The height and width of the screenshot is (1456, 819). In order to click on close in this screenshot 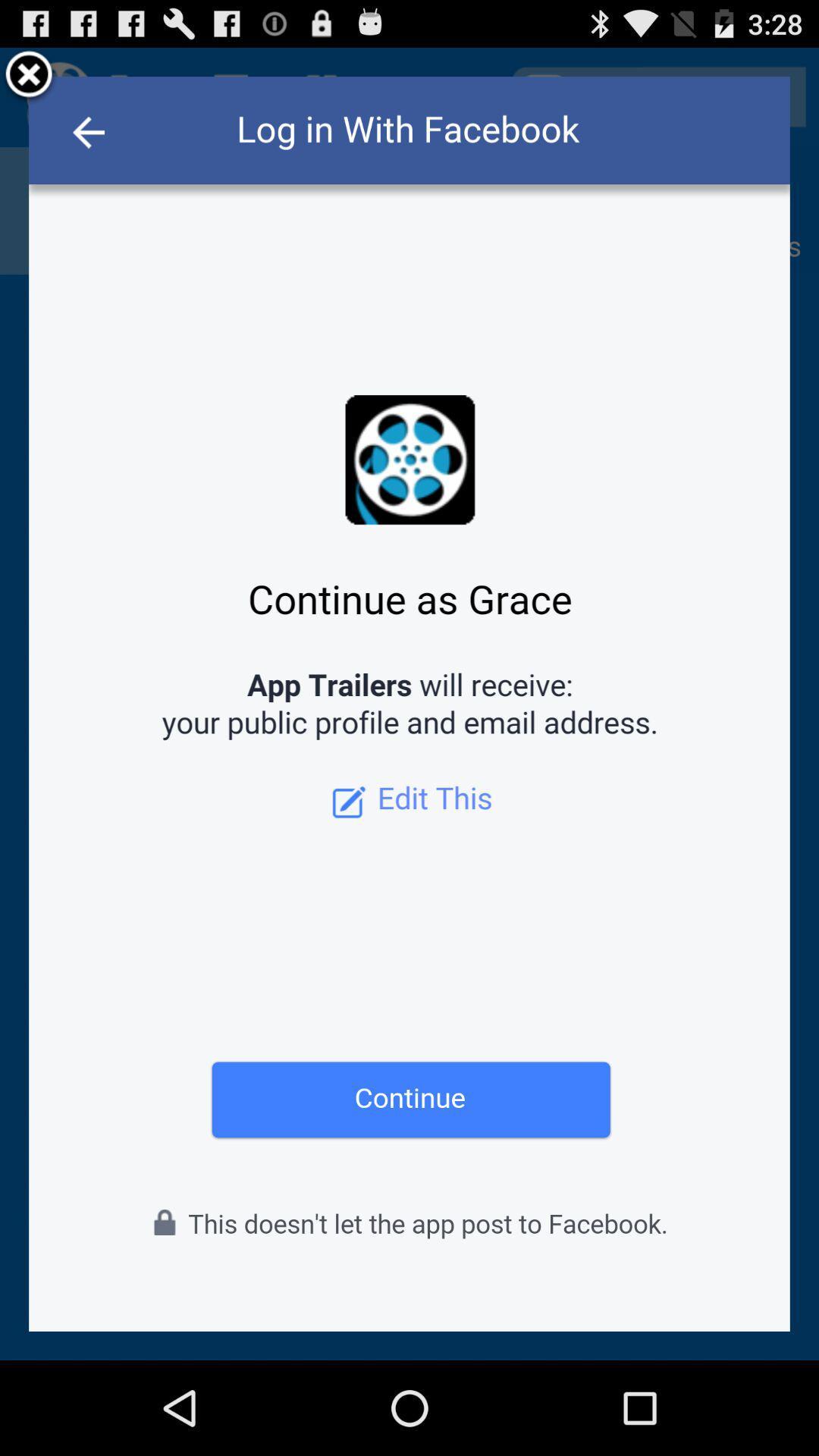, I will do `click(29, 76)`.